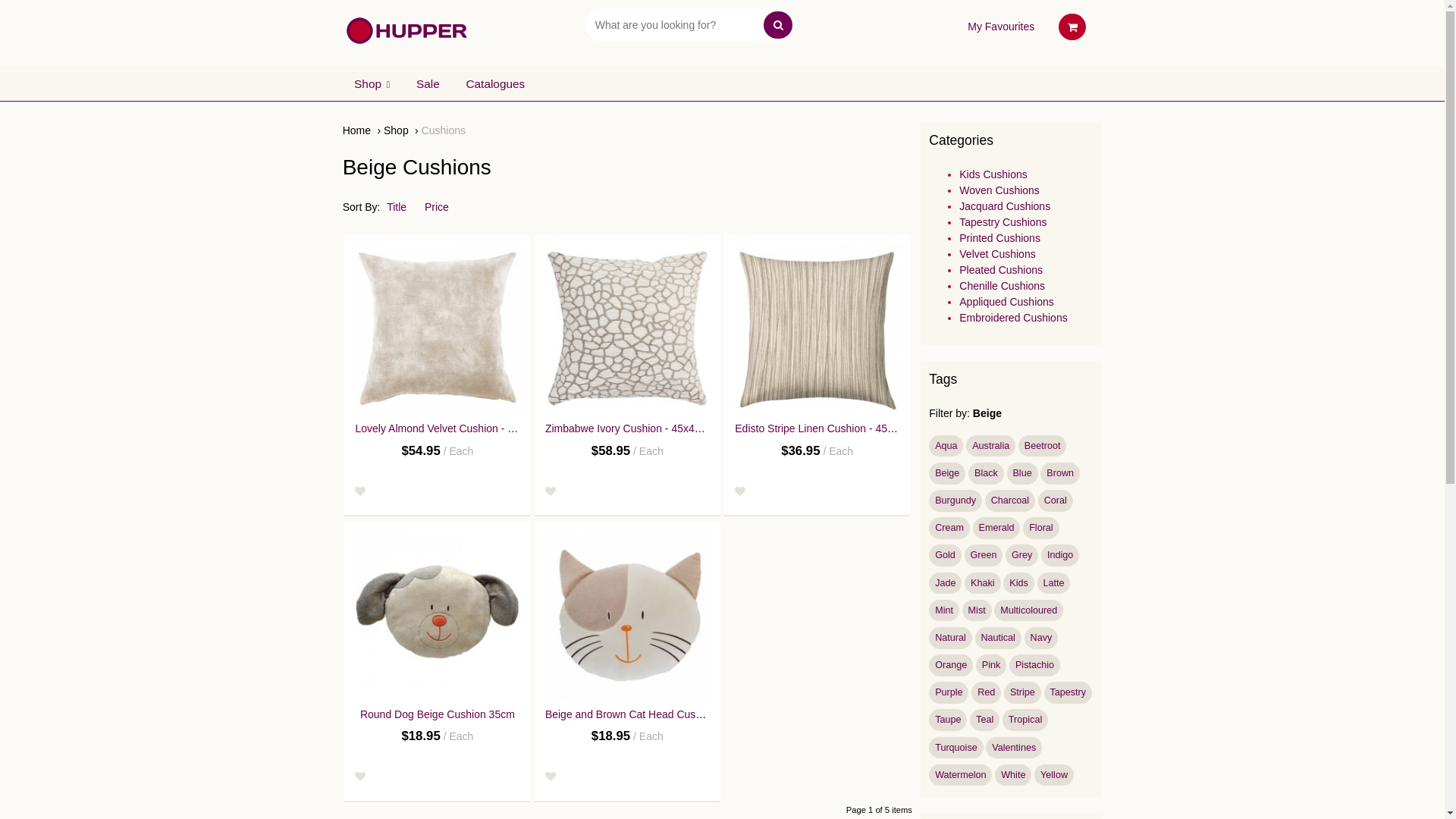 The width and height of the screenshot is (1456, 819). Describe the element at coordinates (359, 714) in the screenshot. I see `'Round Dog Beige Cushion 35cm'` at that location.